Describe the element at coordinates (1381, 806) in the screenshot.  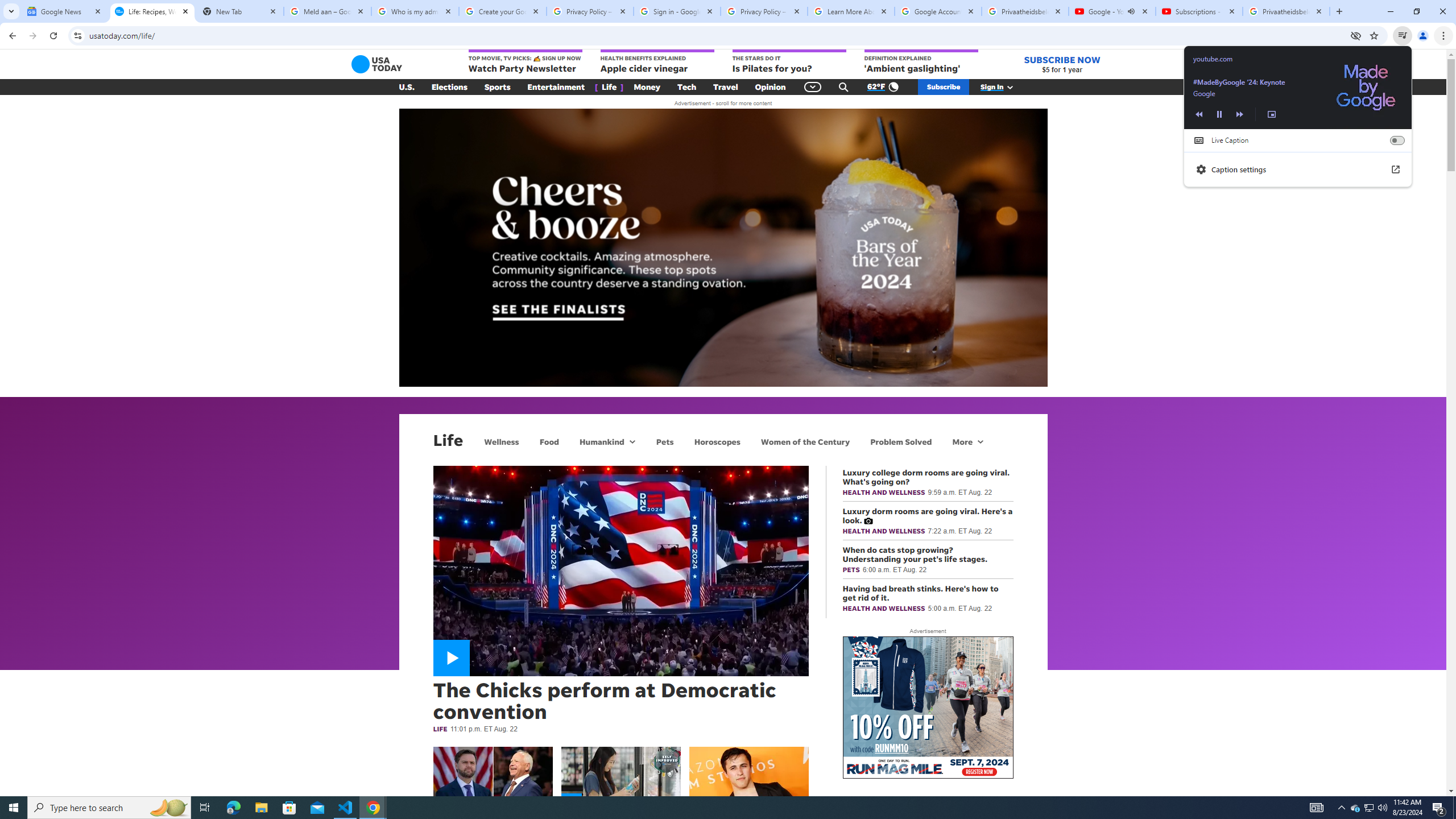
I see `'Q2790: 100%'` at that location.